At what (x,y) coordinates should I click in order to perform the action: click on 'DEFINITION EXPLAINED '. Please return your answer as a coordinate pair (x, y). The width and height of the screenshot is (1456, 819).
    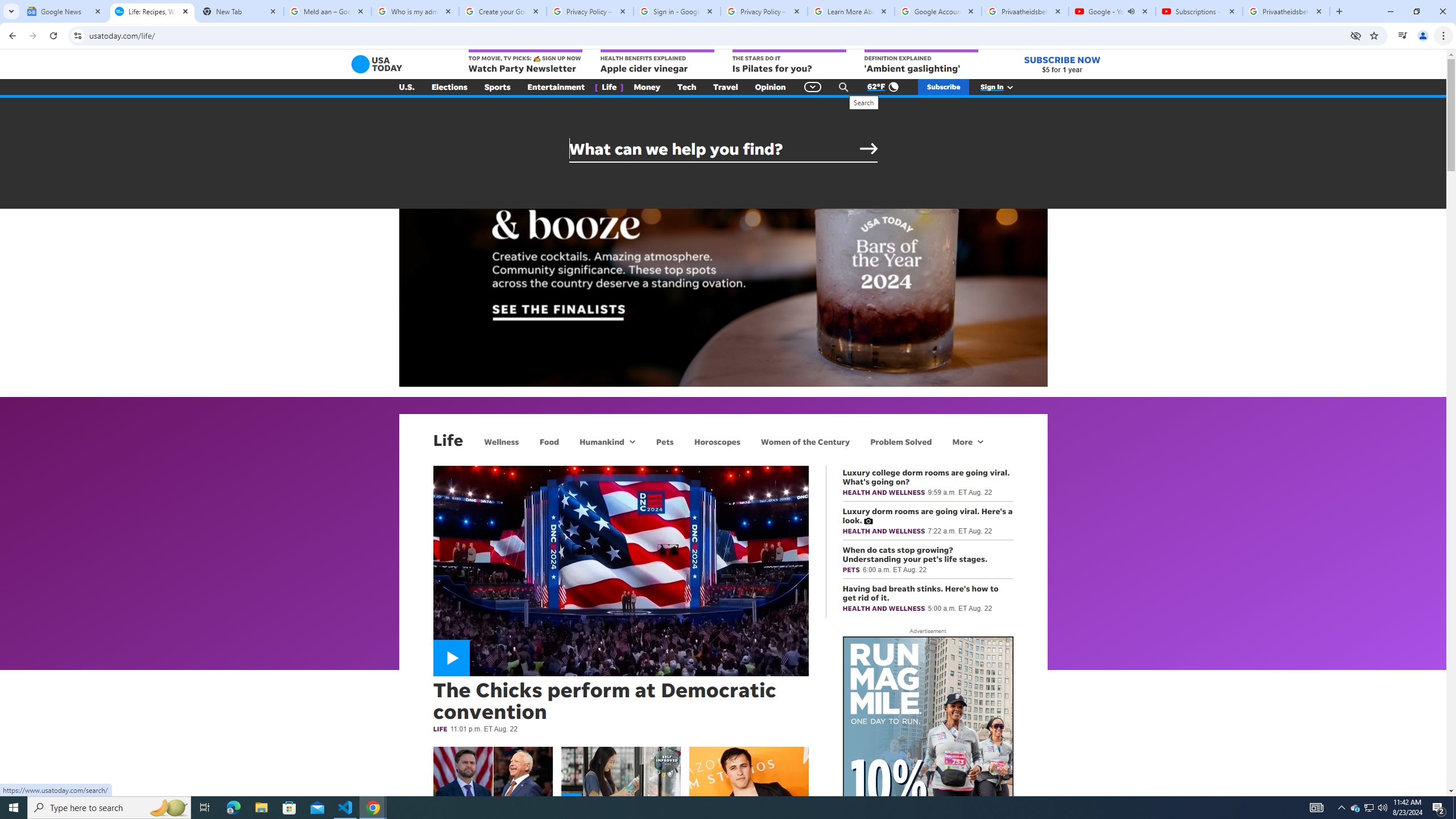
    Looking at the image, I should click on (920, 61).